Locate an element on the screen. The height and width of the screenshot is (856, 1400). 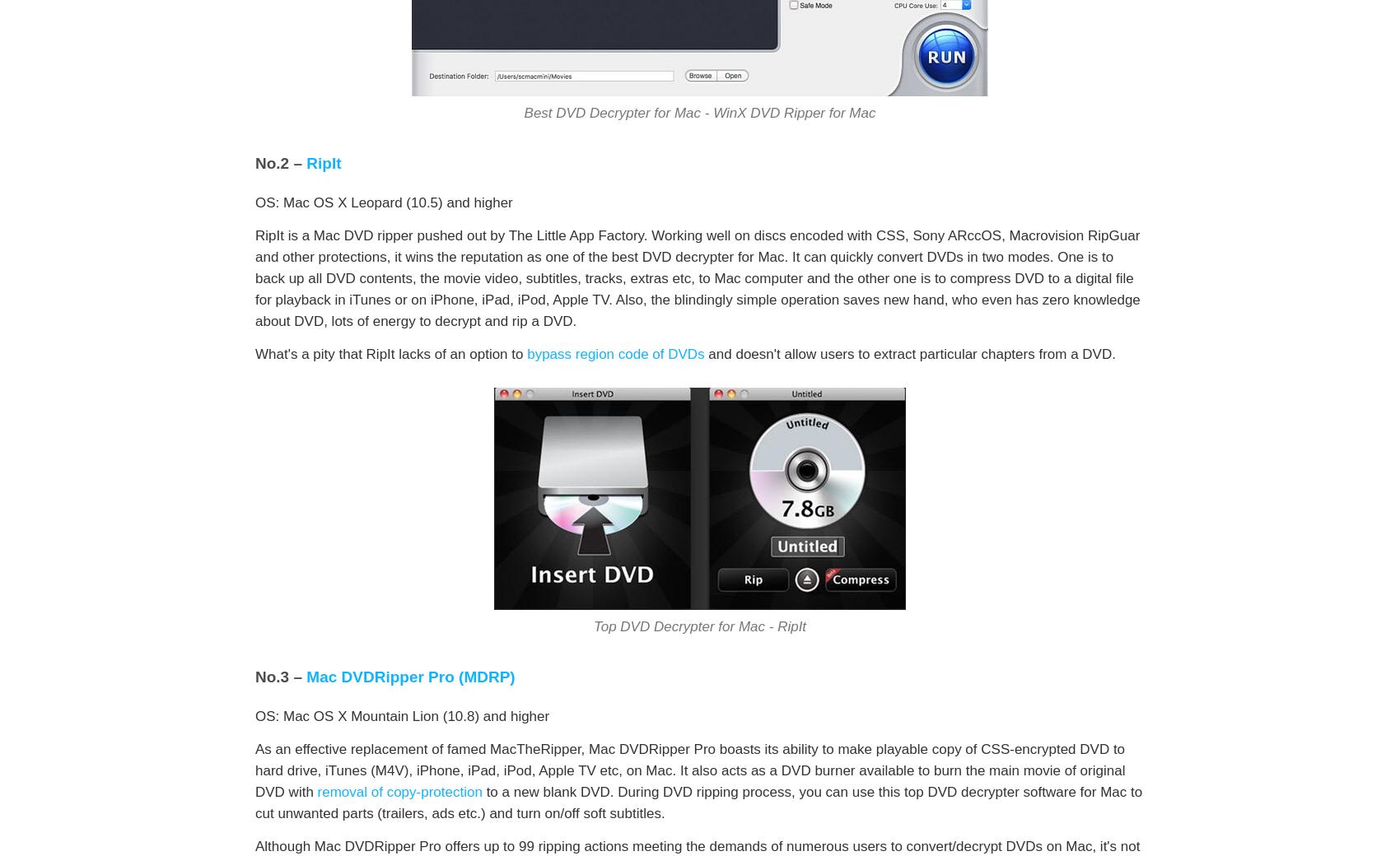
'RipIt is a Mac DVD ripper pushed out by The Little App Factory. Working well on discs encoded with CSS, Sony ARccOS, Macrovision RipGuar and other protections, it wins the reputation as one of the best DVD decrypter for Mac. It can quickly convert DVDs in two modes. One is to back up all DVD contents, the movie video, subtitles, tracks, extras etc, to Mac computer and the other one is to compress DVD to a digital file for playback in iTunes or on iPhone, iPad, iPod, Apple TV. Also, the blindingly simple operation saves new hand, who even has zero knowledge about DVD, lots of energy to decrypt and rip a DVD.' is located at coordinates (255, 277).